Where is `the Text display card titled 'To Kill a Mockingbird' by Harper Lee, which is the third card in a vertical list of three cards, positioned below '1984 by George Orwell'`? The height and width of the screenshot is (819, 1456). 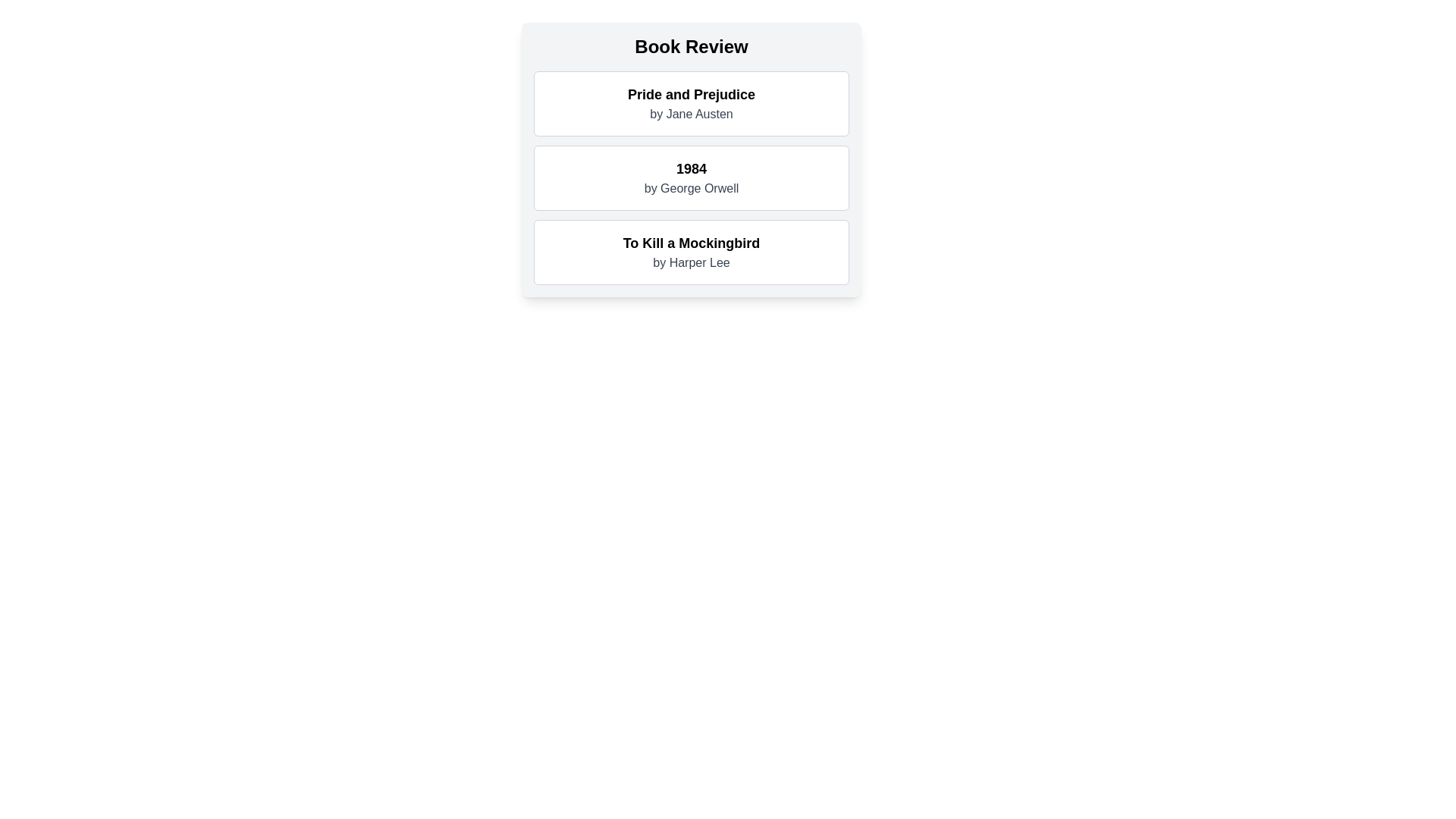
the Text display card titled 'To Kill a Mockingbird' by Harper Lee, which is the third card in a vertical list of three cards, positioned below '1984 by George Orwell' is located at coordinates (691, 251).